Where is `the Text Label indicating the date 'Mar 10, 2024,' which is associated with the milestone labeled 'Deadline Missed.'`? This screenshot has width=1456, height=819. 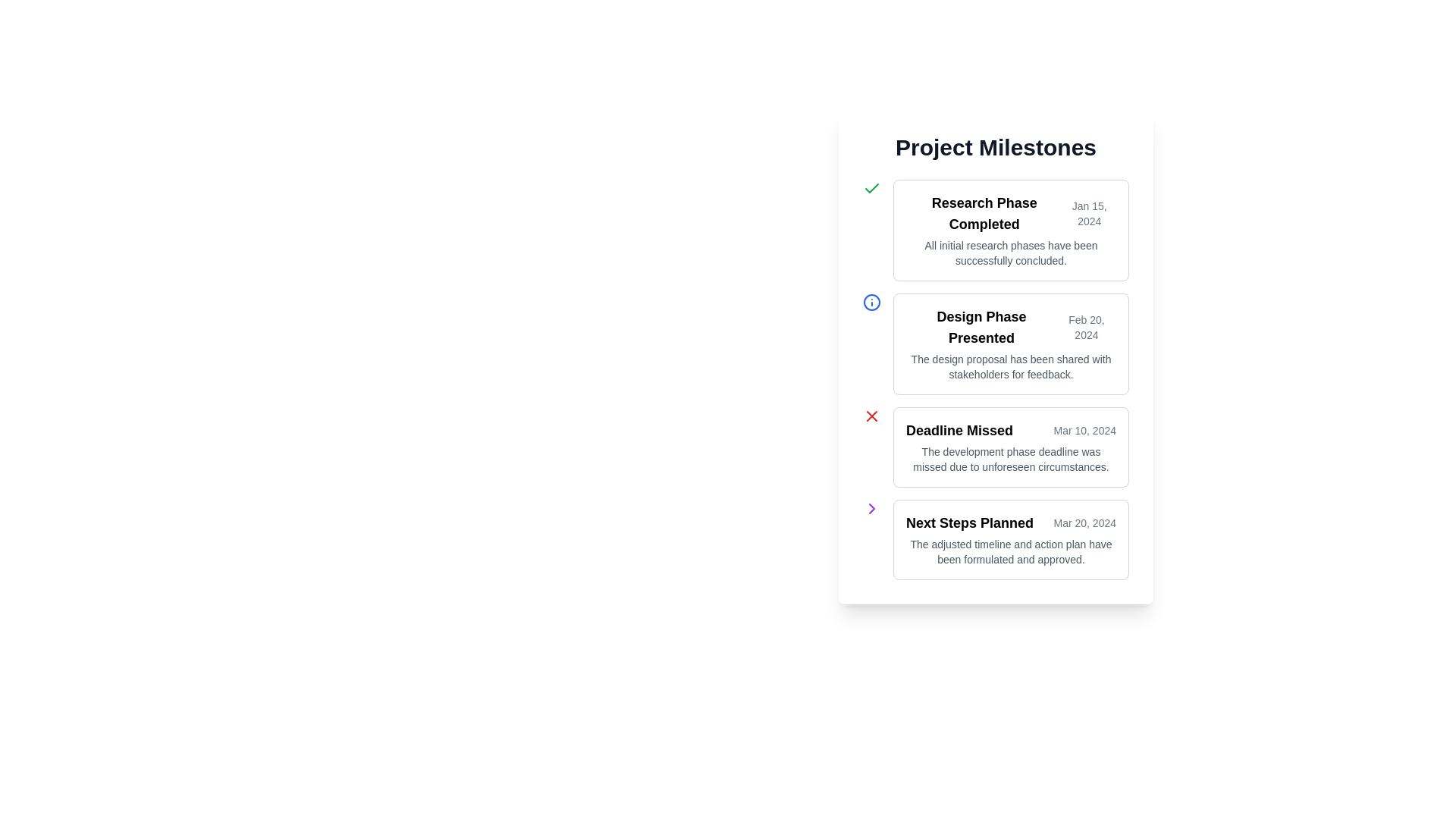
the Text Label indicating the date 'Mar 10, 2024,' which is associated with the milestone labeled 'Deadline Missed.' is located at coordinates (1084, 430).